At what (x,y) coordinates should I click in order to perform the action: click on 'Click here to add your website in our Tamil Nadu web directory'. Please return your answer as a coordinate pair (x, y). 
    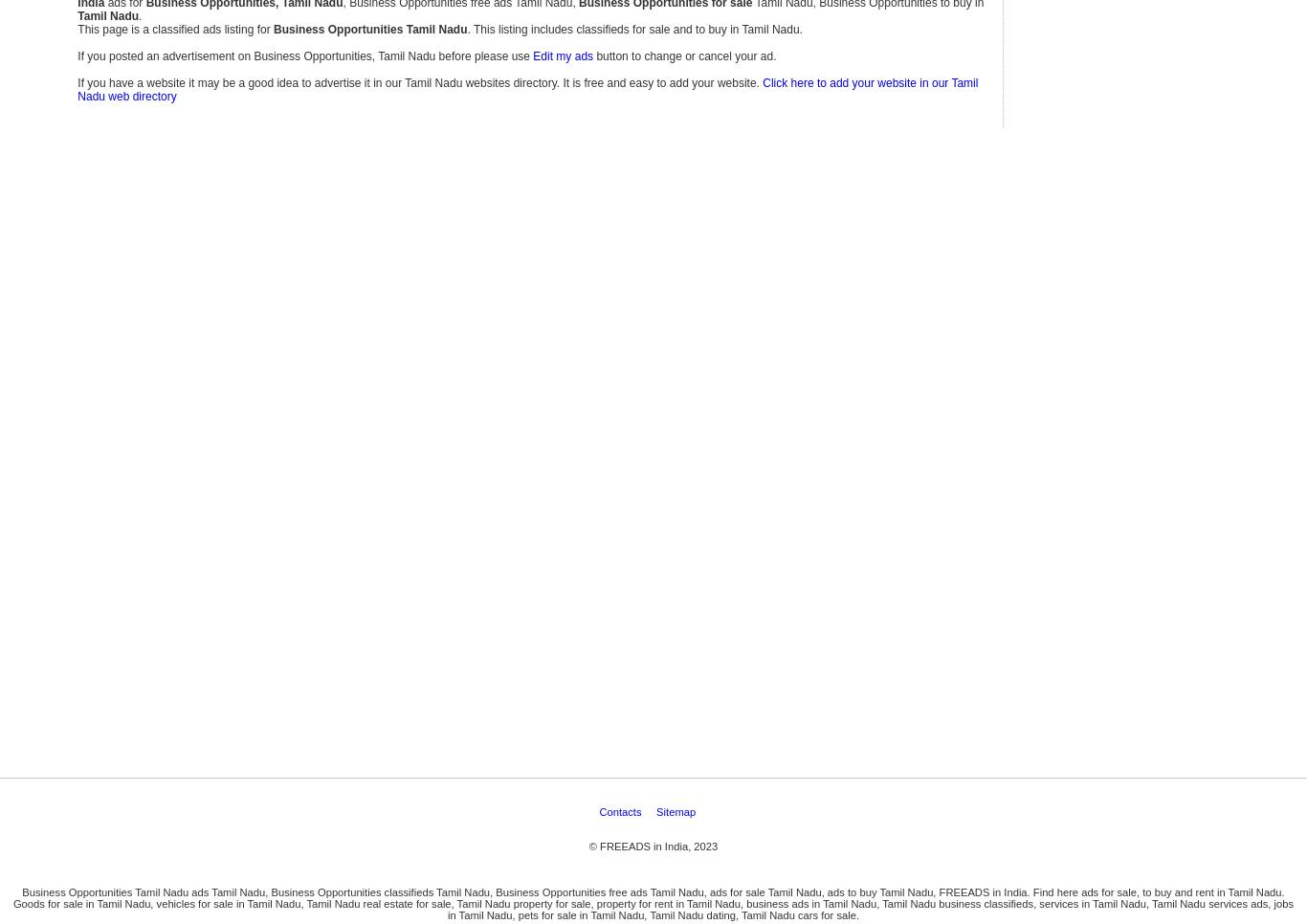
    Looking at the image, I should click on (527, 88).